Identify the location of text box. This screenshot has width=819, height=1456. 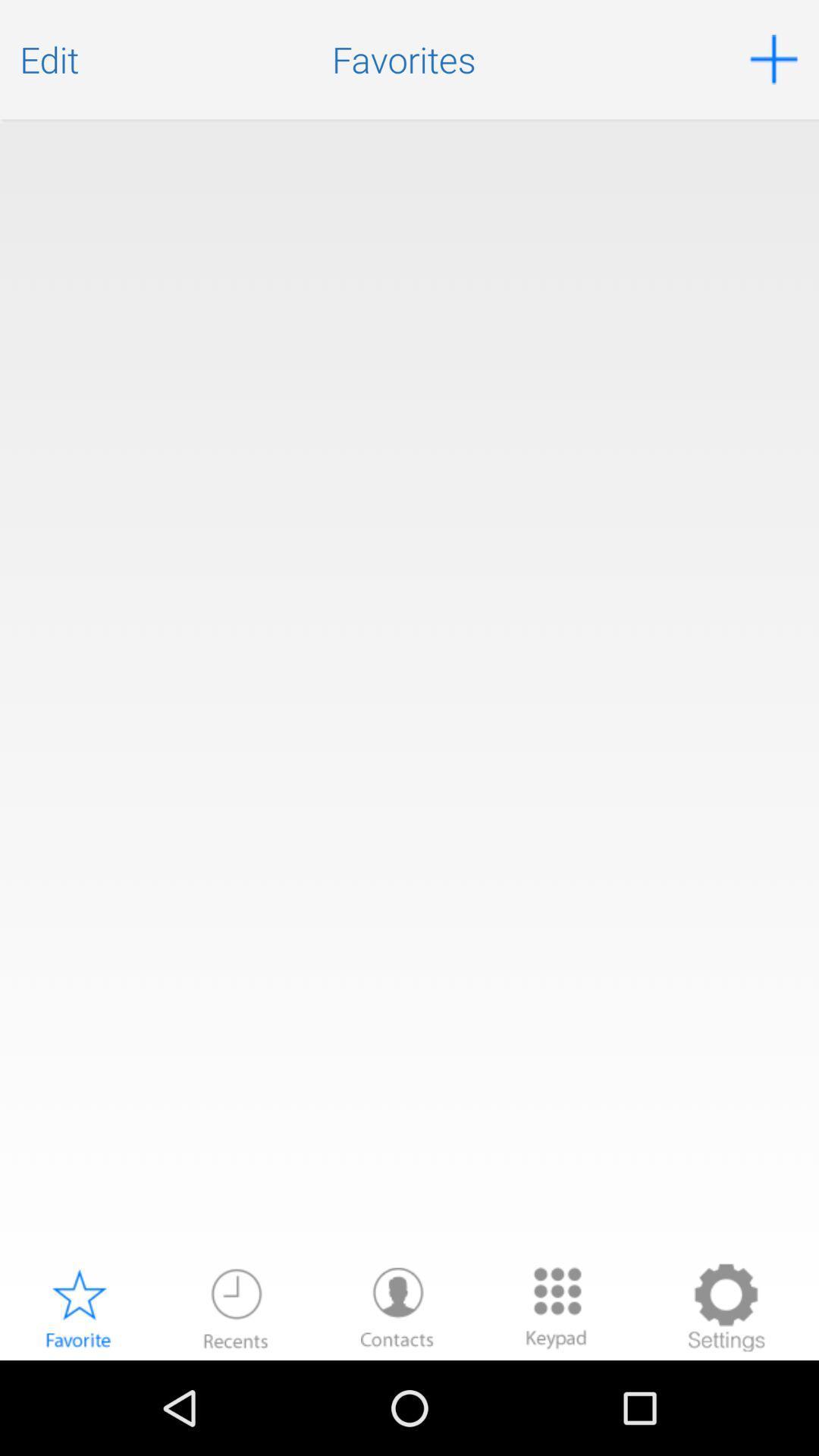
(409, 689).